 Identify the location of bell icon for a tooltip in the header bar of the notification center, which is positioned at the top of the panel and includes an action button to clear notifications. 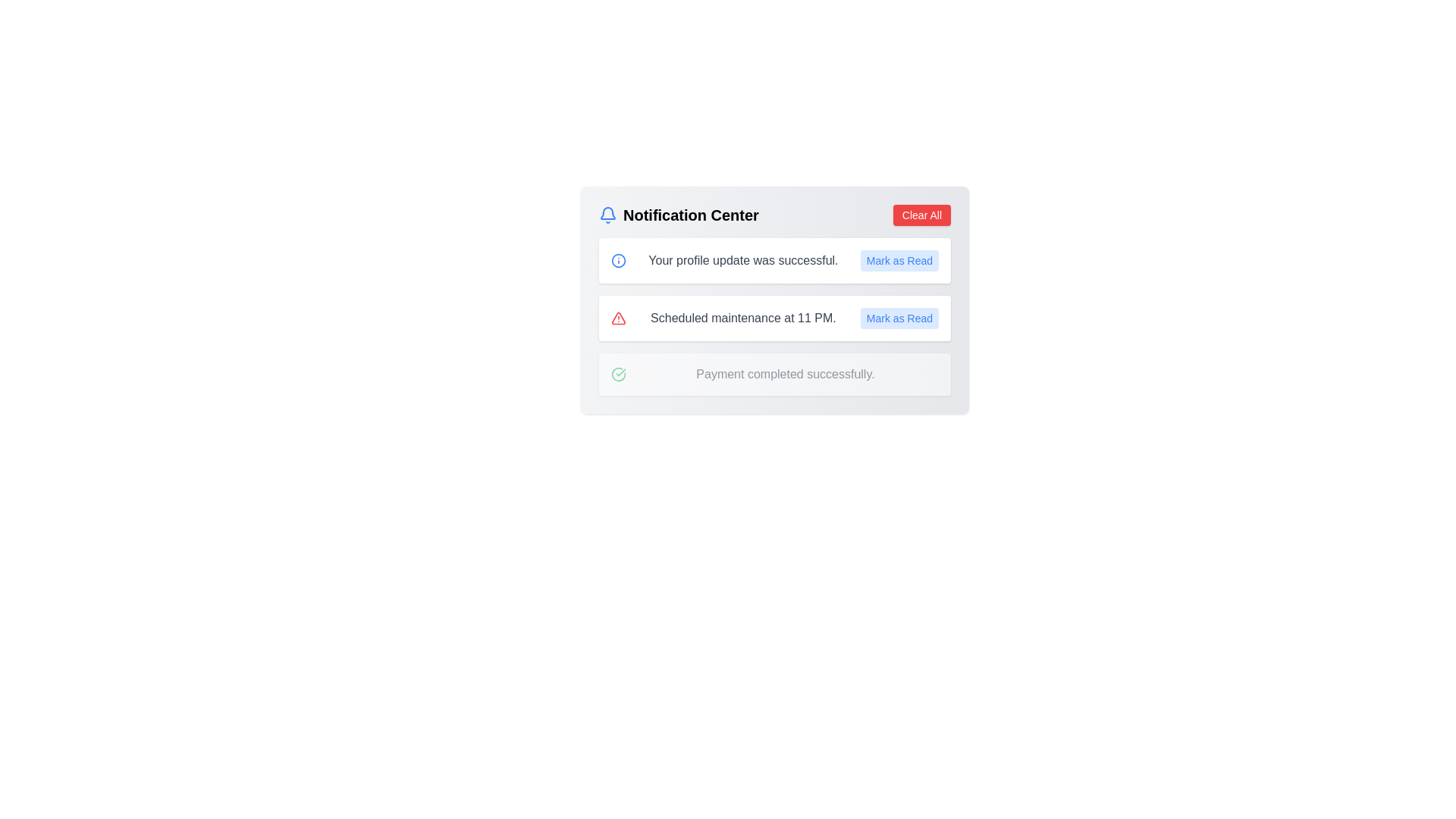
(775, 215).